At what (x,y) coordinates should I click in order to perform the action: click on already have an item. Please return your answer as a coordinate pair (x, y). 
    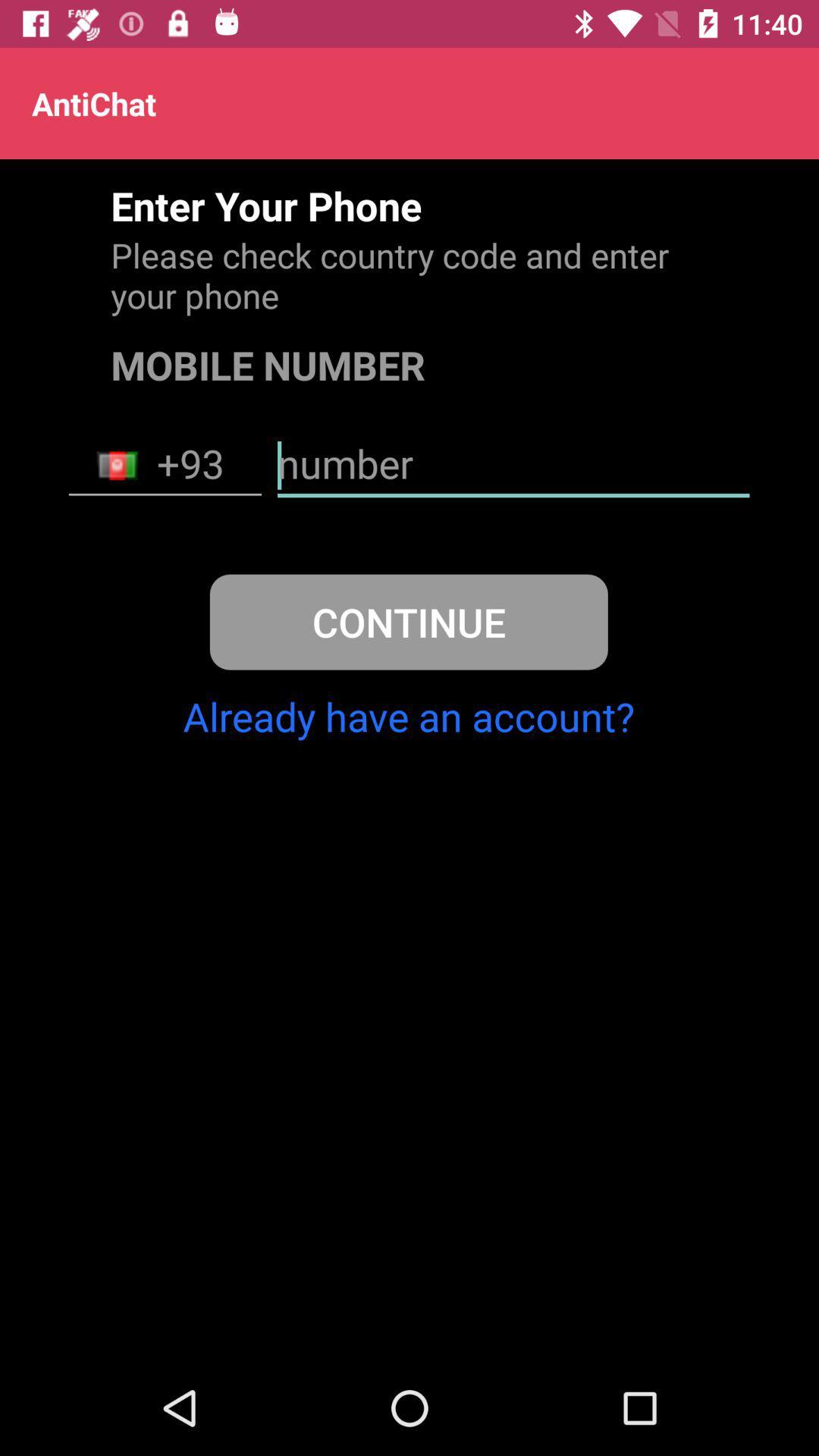
    Looking at the image, I should click on (408, 715).